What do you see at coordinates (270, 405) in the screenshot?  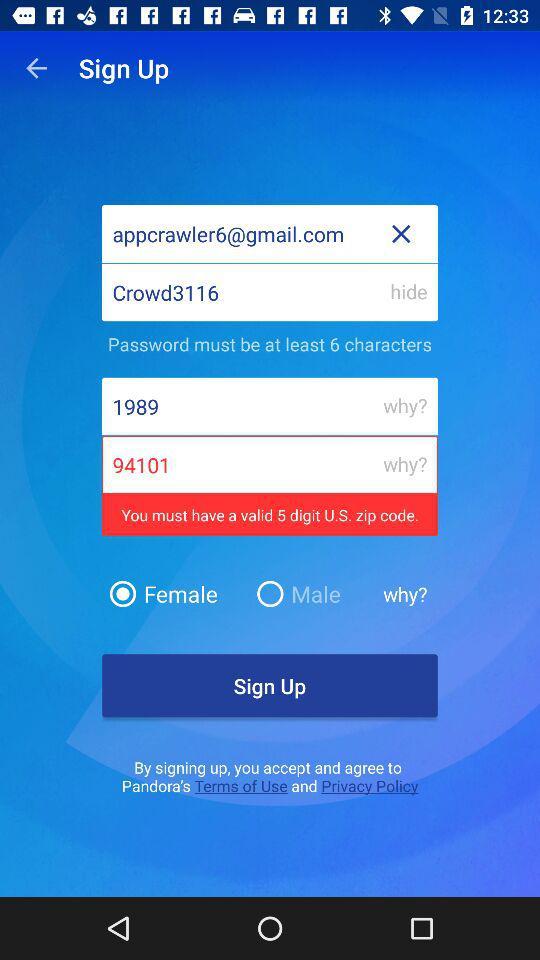 I see `the third text field` at bounding box center [270, 405].